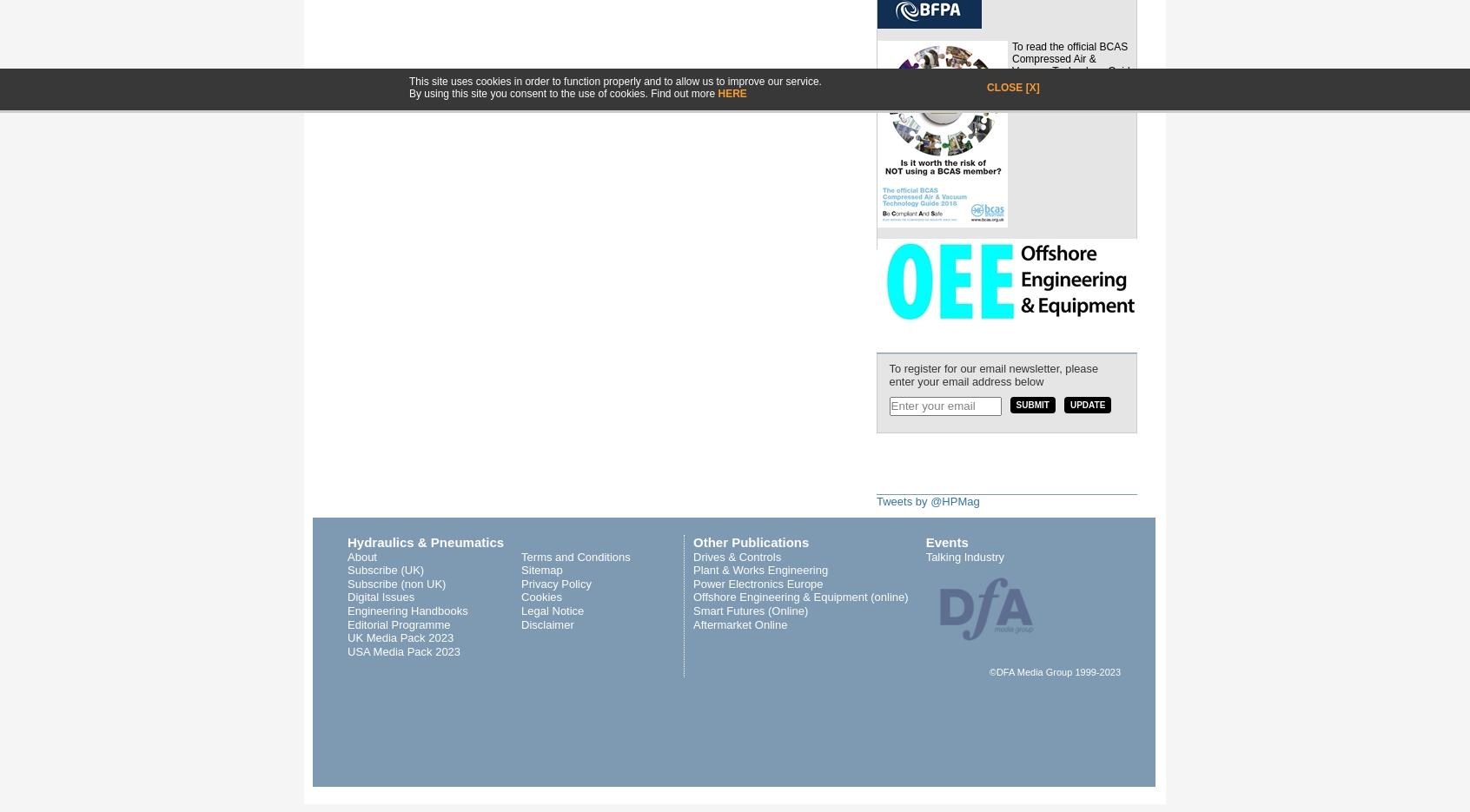  Describe the element at coordinates (992, 373) in the screenshot. I see `'To register for our email newsletter, please enter your email address below'` at that location.